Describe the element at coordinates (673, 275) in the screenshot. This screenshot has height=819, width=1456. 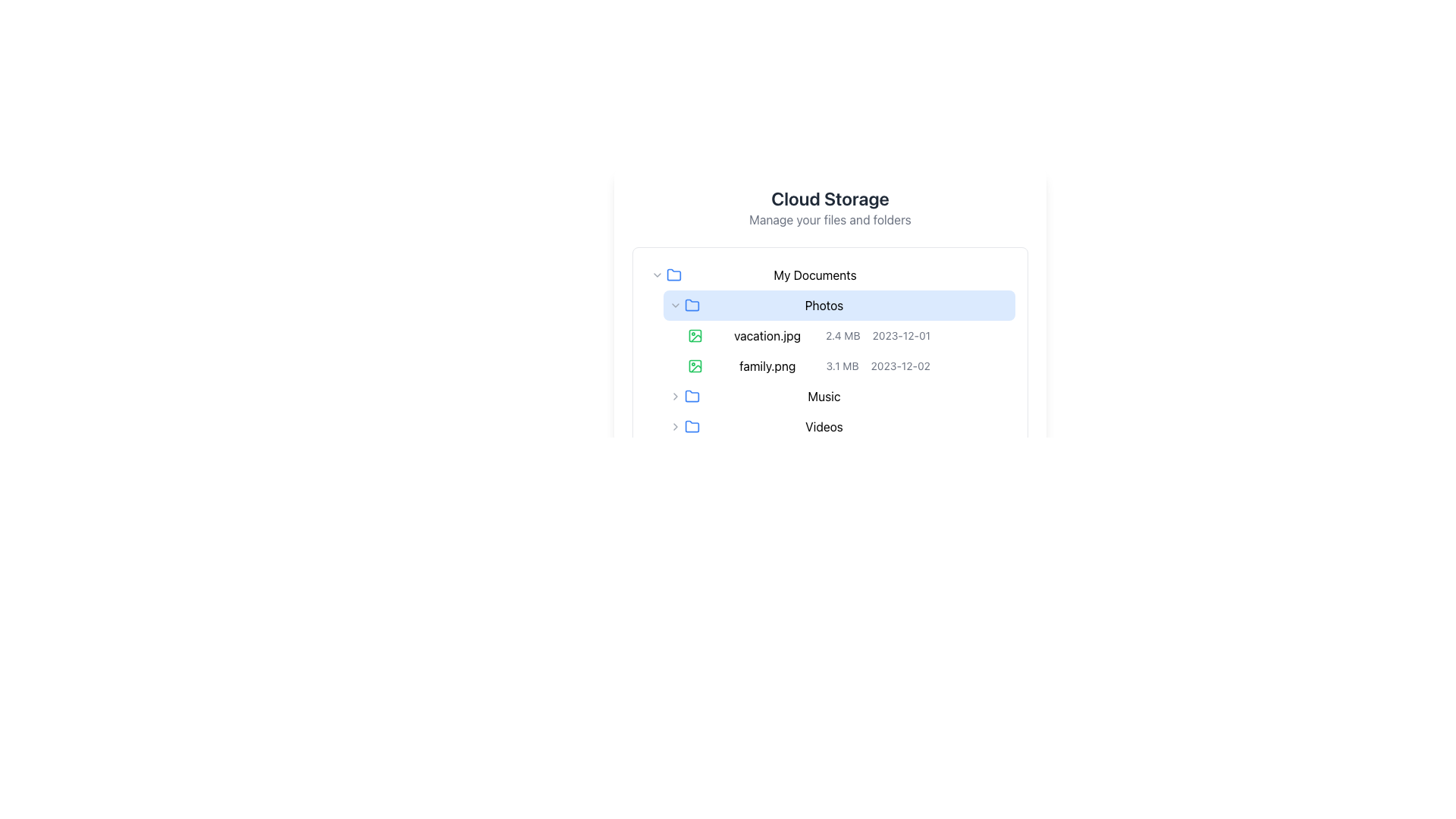
I see `the folder icon representing 'Photos' to interact with its associated function in the user interface` at that location.